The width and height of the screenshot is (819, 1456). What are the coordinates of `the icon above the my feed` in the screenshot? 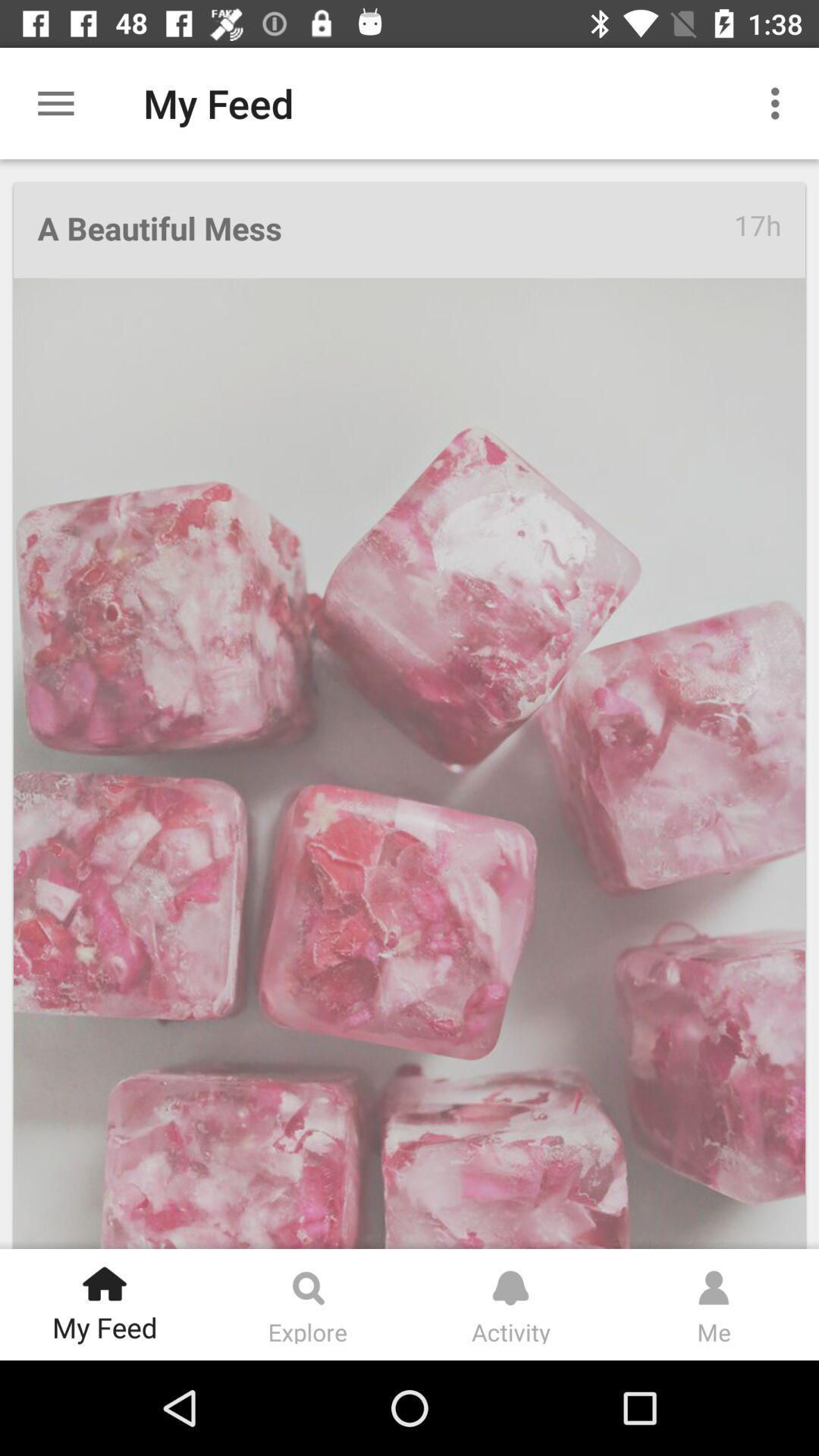 It's located at (104, 1278).